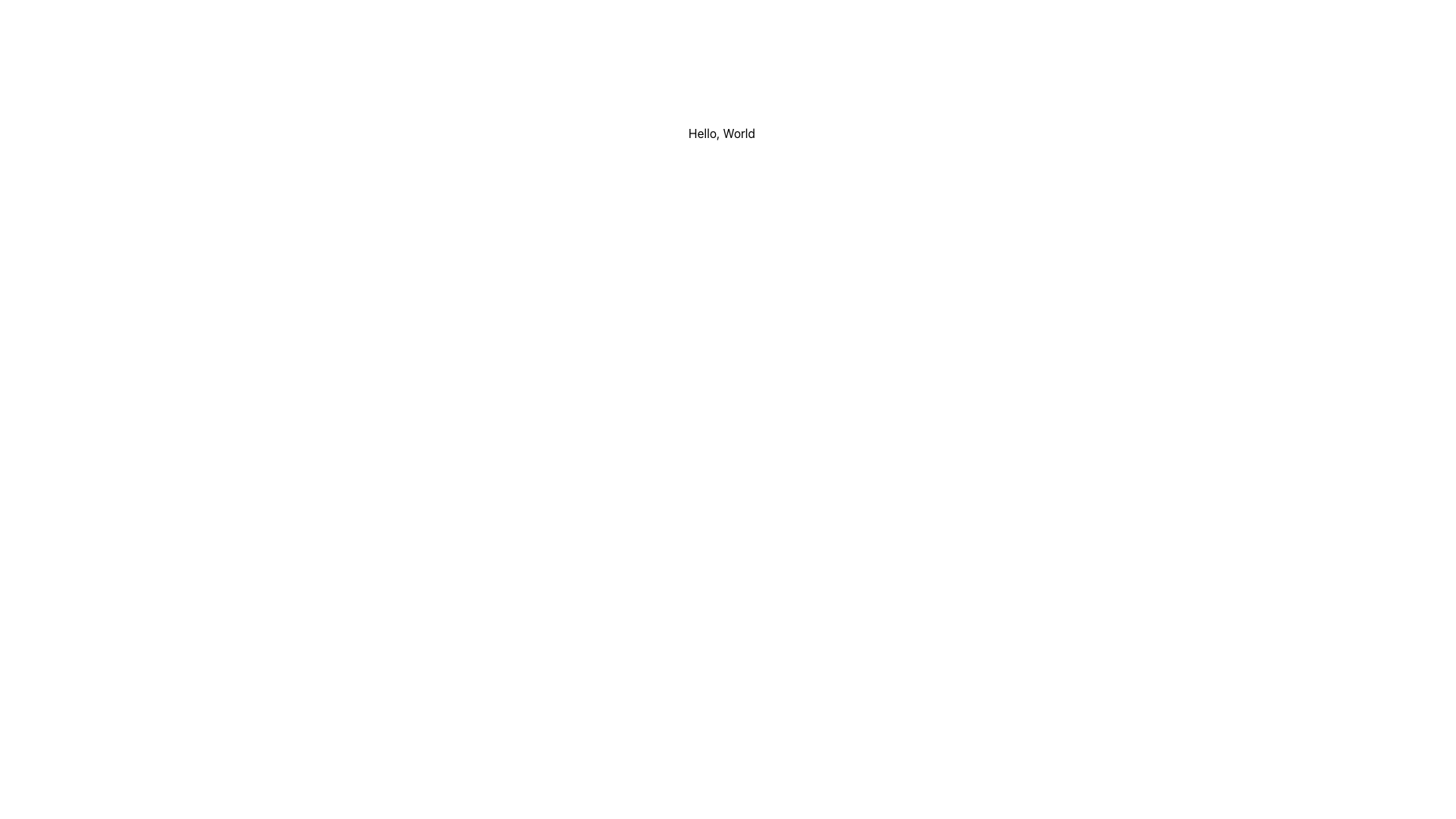 The image size is (1456, 819). What do you see at coordinates (720, 133) in the screenshot?
I see `the text element displaying 'Hello, World', which is centrally aligned in a black font against a white background` at bounding box center [720, 133].